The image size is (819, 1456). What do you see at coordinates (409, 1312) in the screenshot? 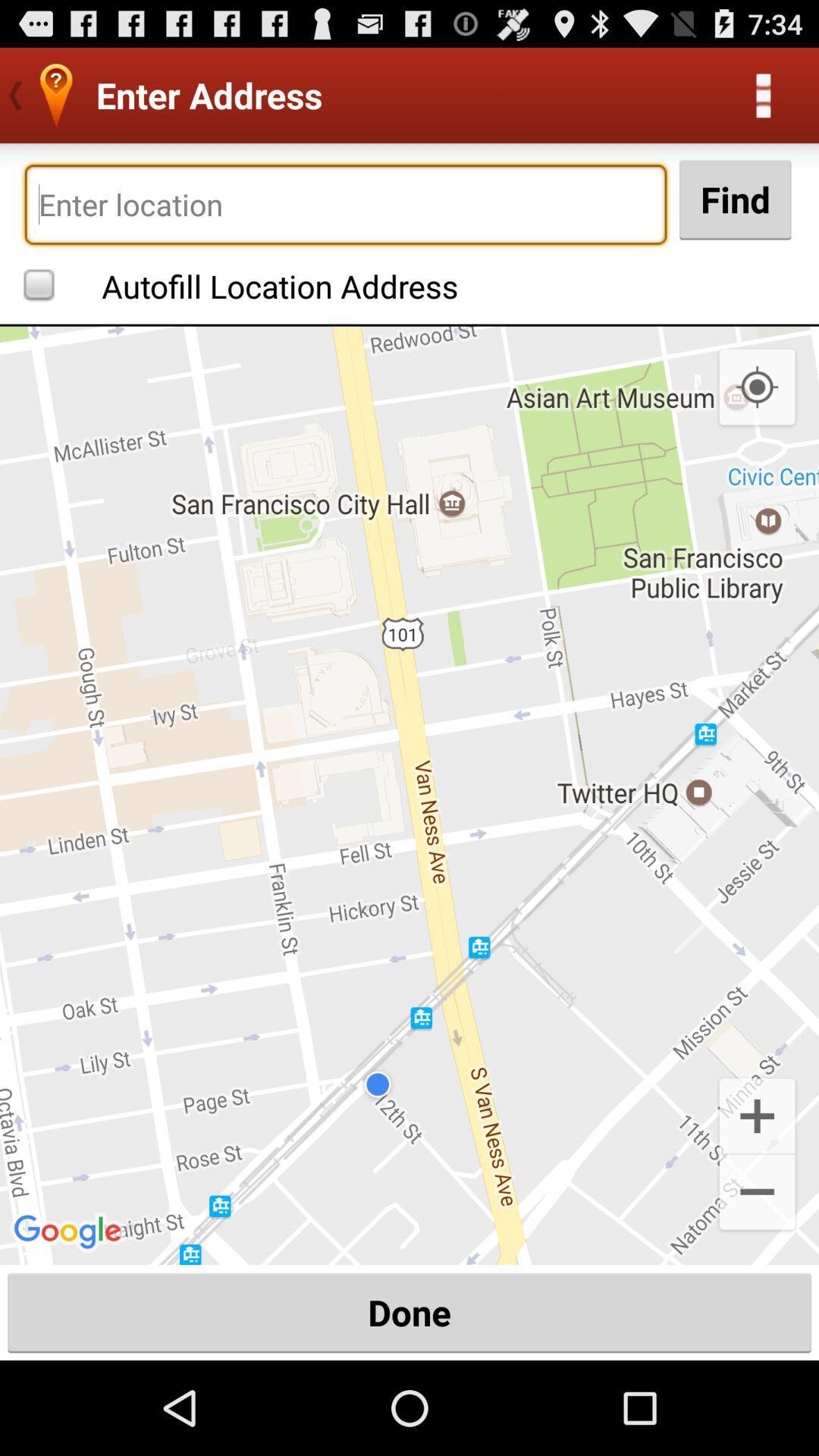
I see `done at the bottom` at bounding box center [409, 1312].